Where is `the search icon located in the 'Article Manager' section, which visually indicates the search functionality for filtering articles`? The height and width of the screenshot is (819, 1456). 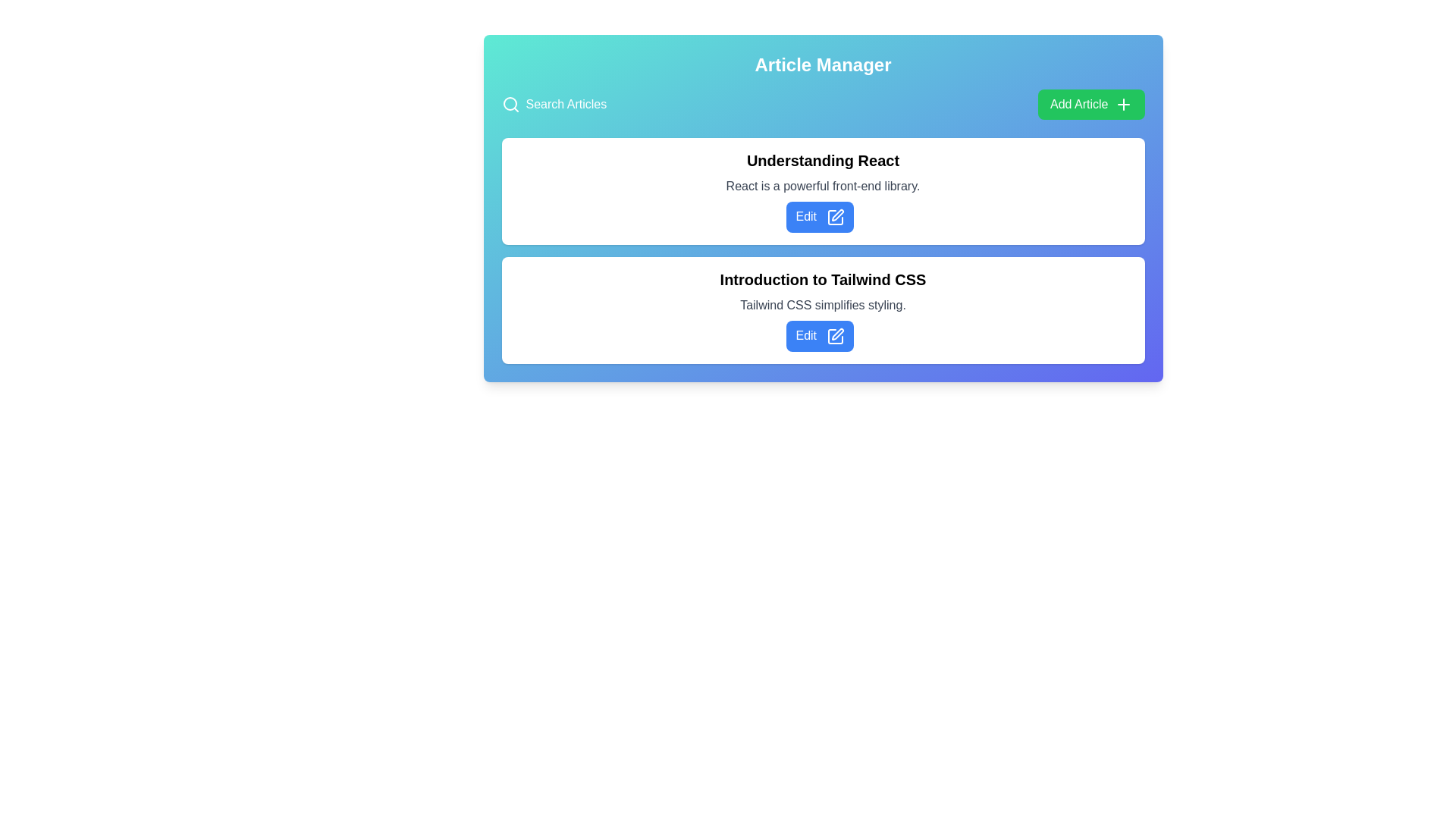 the search icon located in the 'Article Manager' section, which visually indicates the search functionality for filtering articles is located at coordinates (510, 104).